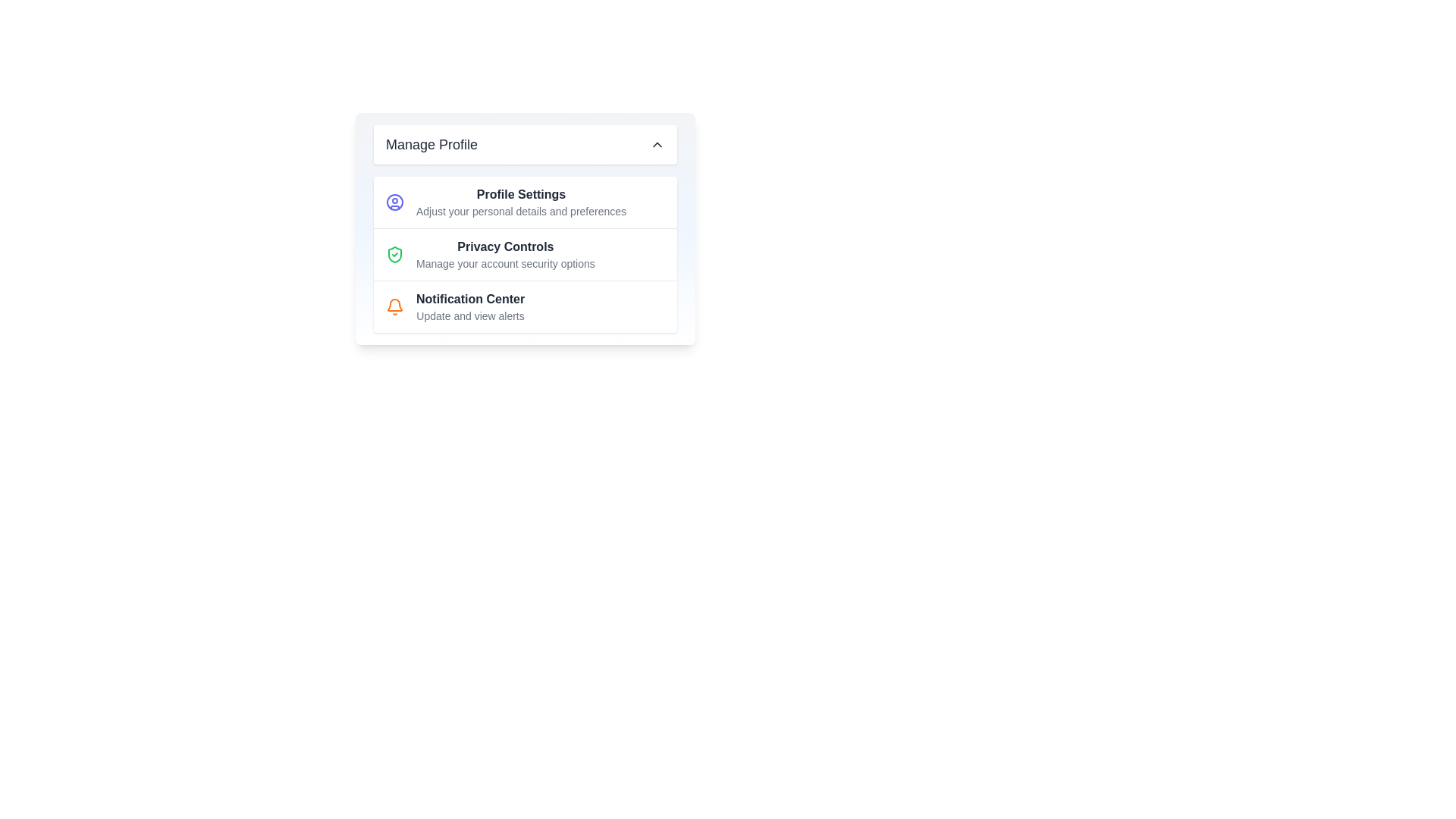 This screenshot has height=819, width=1456. What do you see at coordinates (505, 246) in the screenshot?
I see `the Text Label that serves as the header for the section, positioned above a smaller descriptive text block in a vertically stacked card layout` at bounding box center [505, 246].